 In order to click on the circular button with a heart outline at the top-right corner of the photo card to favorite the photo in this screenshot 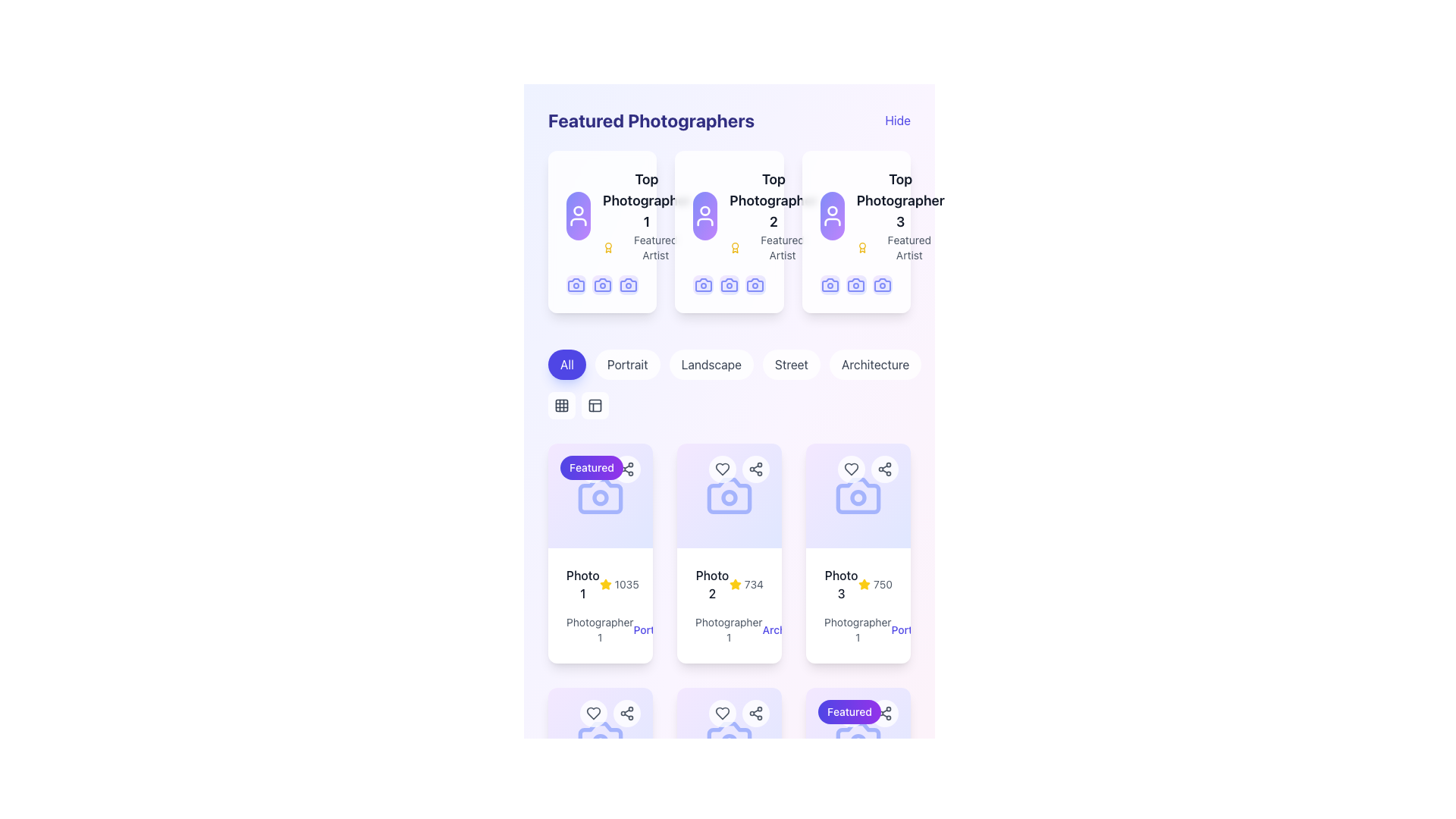, I will do `click(592, 714)`.